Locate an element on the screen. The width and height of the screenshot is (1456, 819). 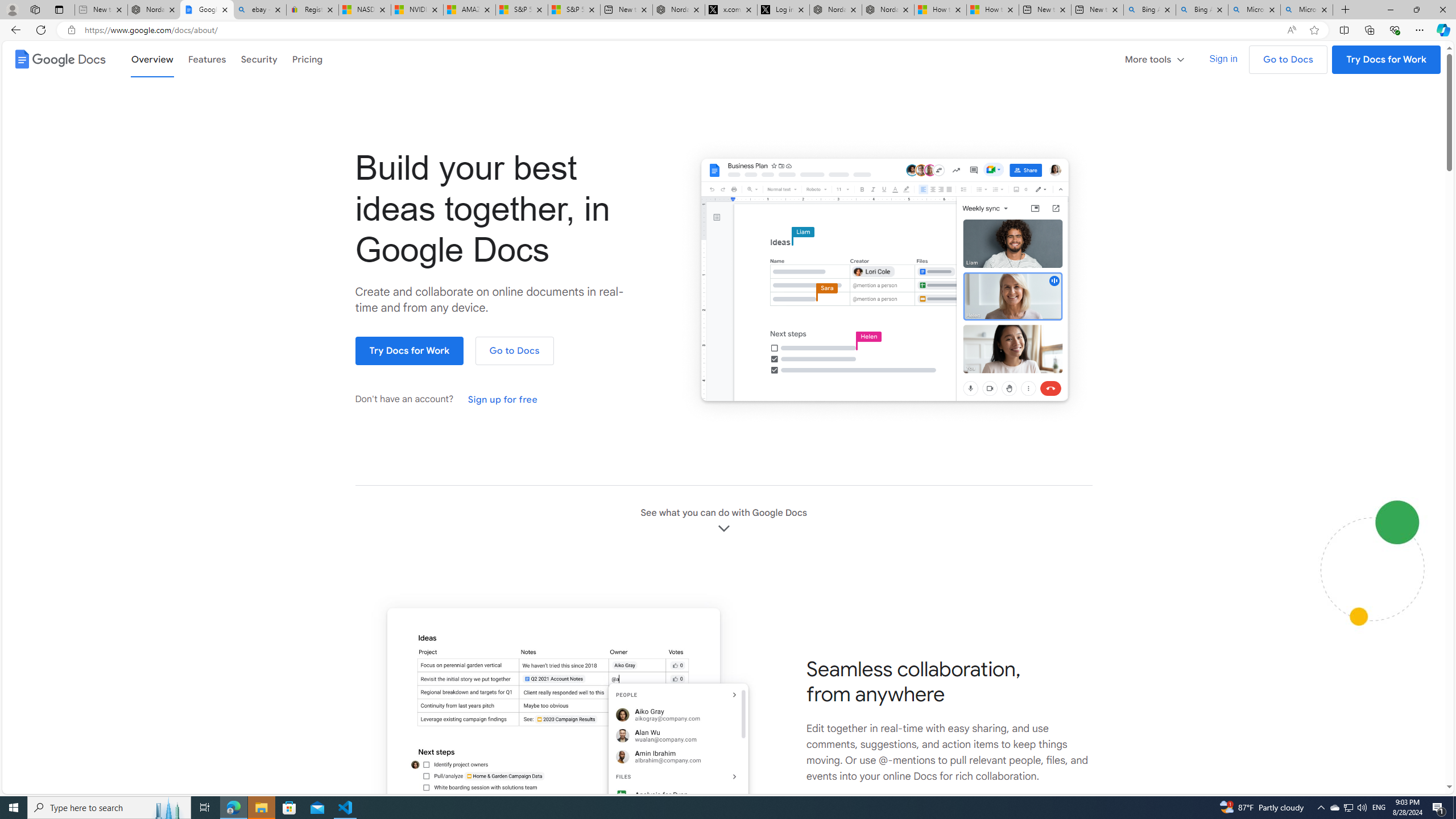
'Register: Create a personal eBay account' is located at coordinates (312, 9).